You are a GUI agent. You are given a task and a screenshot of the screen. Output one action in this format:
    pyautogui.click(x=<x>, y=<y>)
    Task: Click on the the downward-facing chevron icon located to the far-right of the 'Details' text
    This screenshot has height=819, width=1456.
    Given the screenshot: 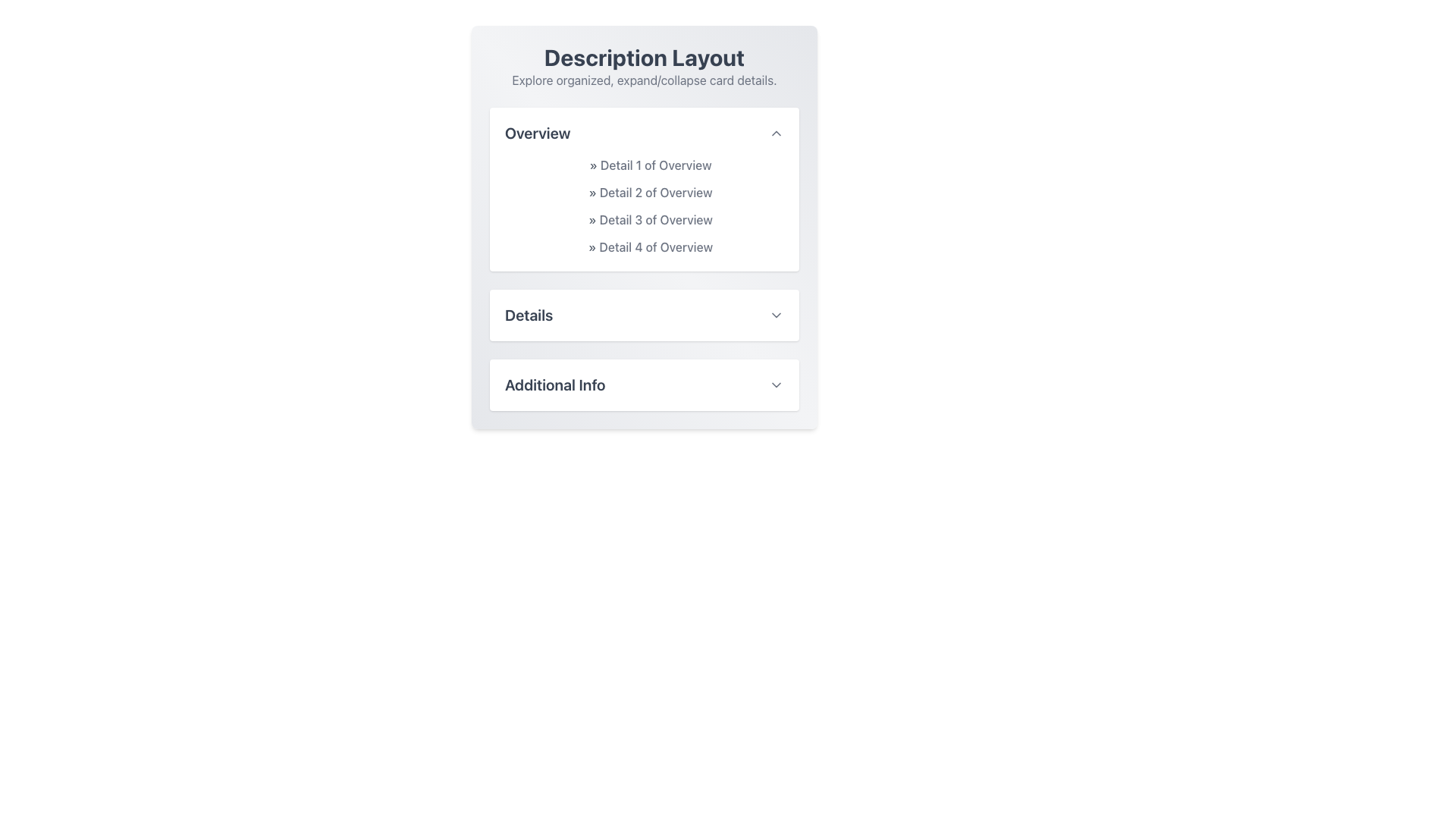 What is the action you would take?
    pyautogui.click(x=776, y=315)
    